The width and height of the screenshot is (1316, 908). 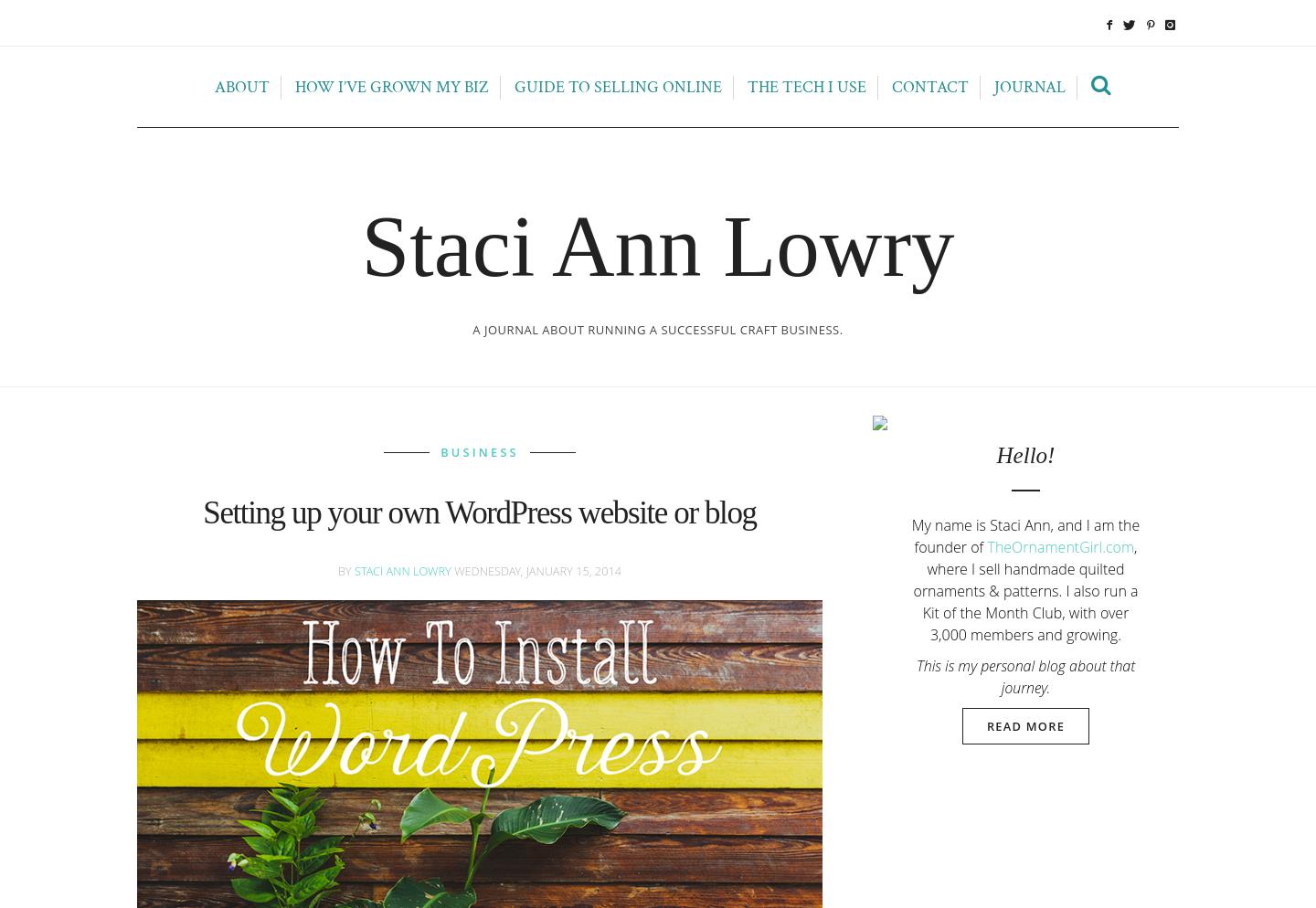 I want to click on 'A journal about running a successful craft business.', so click(x=657, y=330).